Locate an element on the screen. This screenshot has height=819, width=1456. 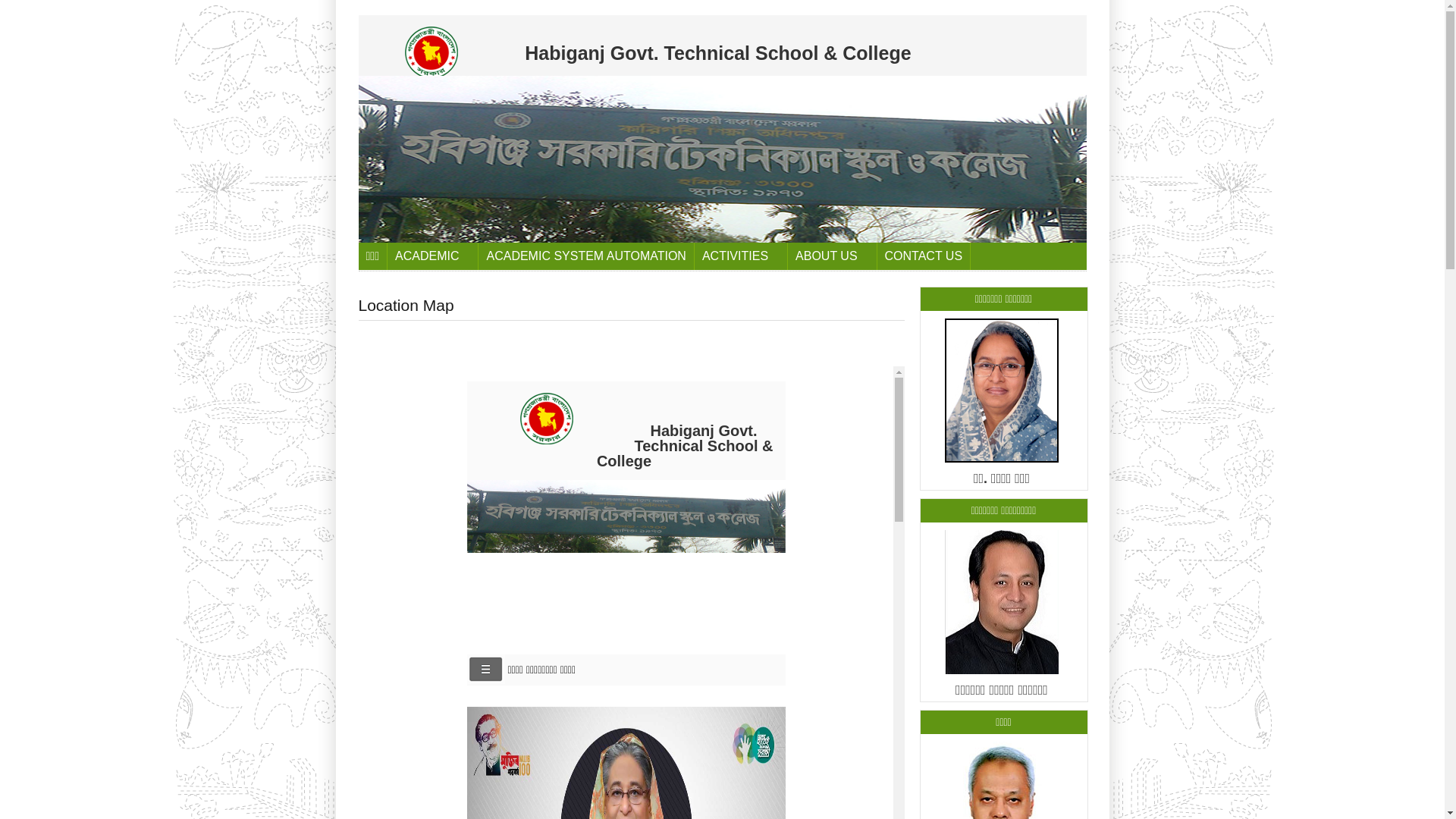
'ACADEMIC SYSTEM AUTOMATION' is located at coordinates (585, 256).